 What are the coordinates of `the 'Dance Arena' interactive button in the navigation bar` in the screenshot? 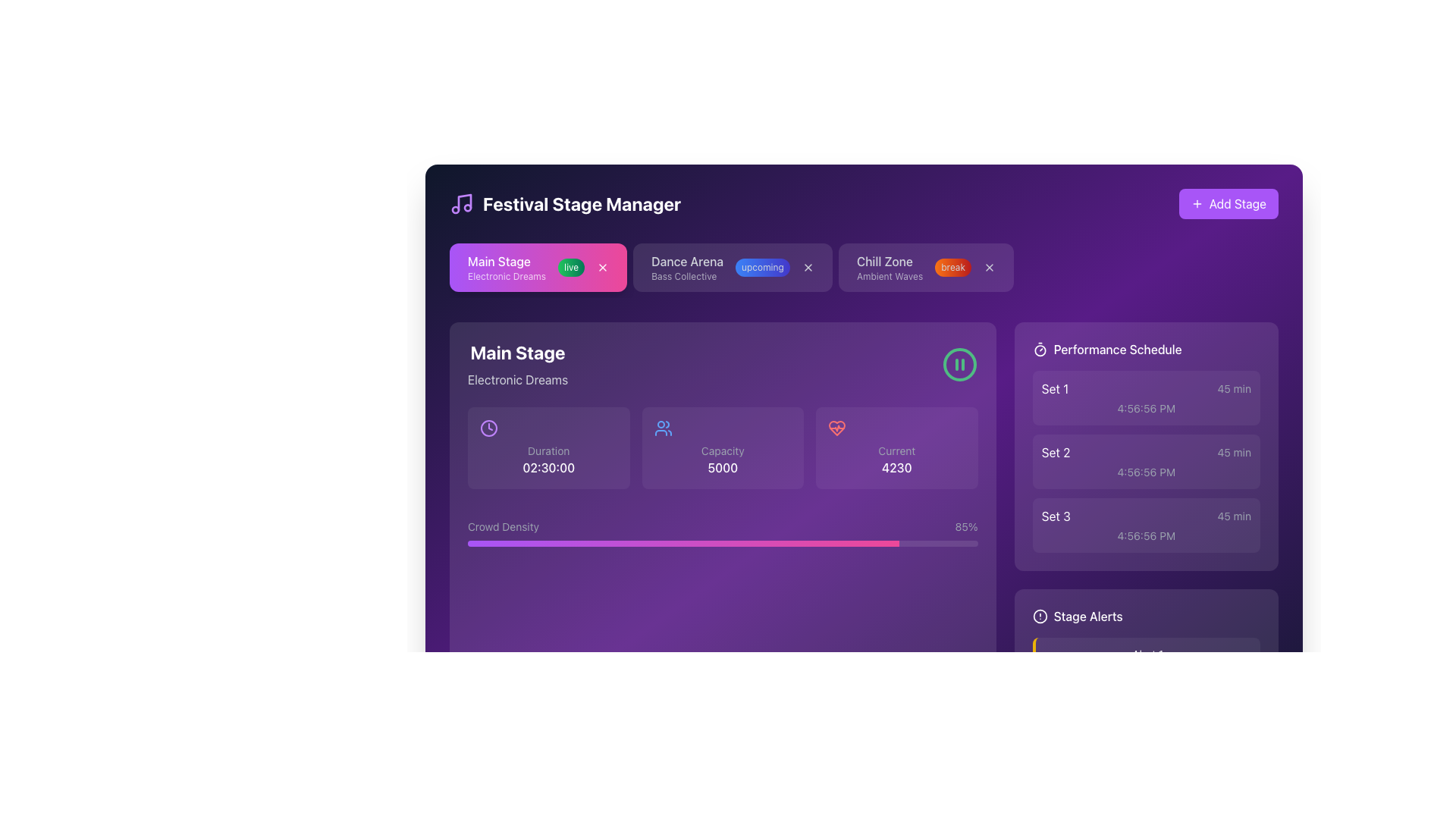 It's located at (733, 267).